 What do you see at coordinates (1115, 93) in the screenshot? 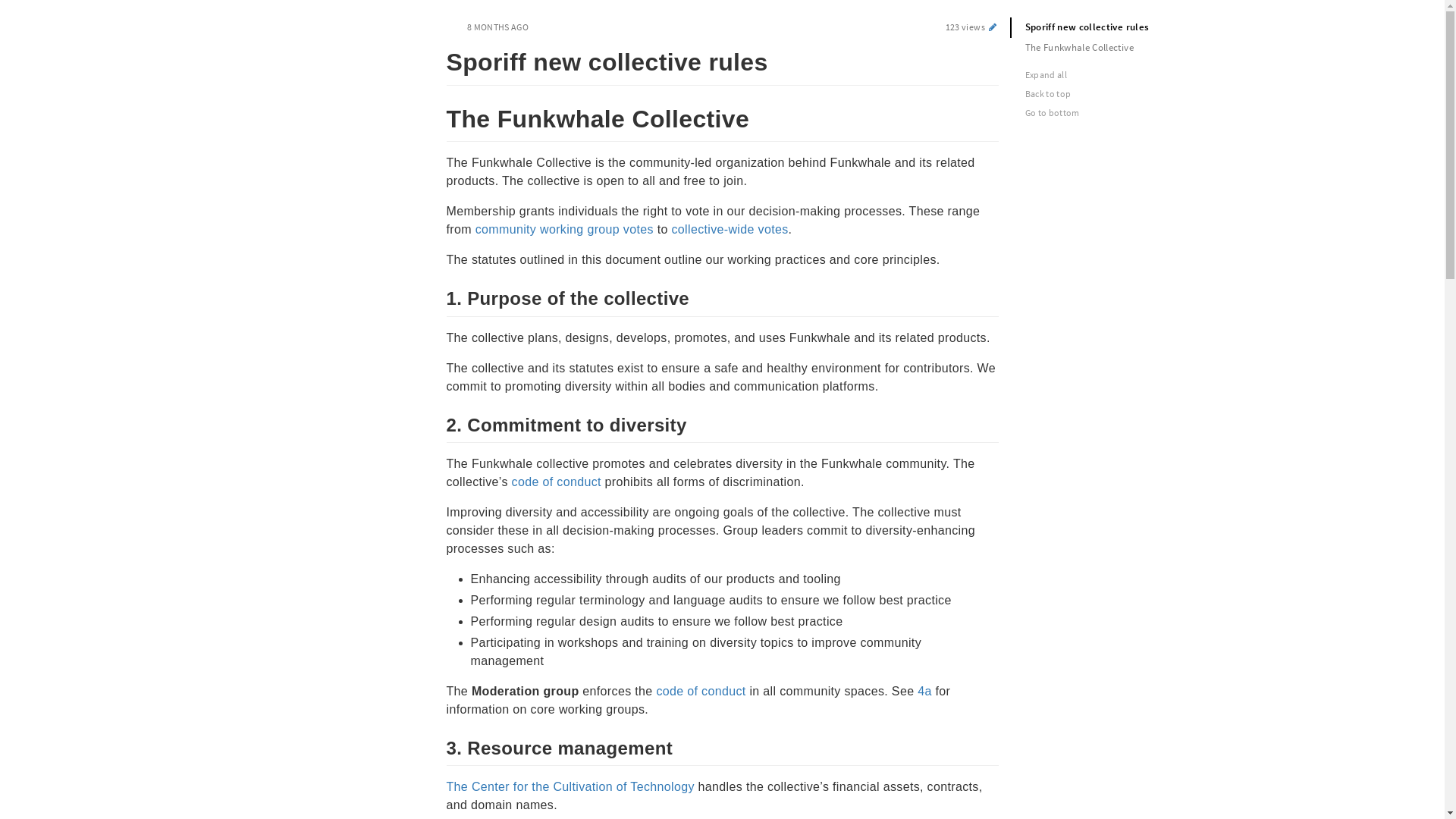
I see `'Back to top'` at bounding box center [1115, 93].